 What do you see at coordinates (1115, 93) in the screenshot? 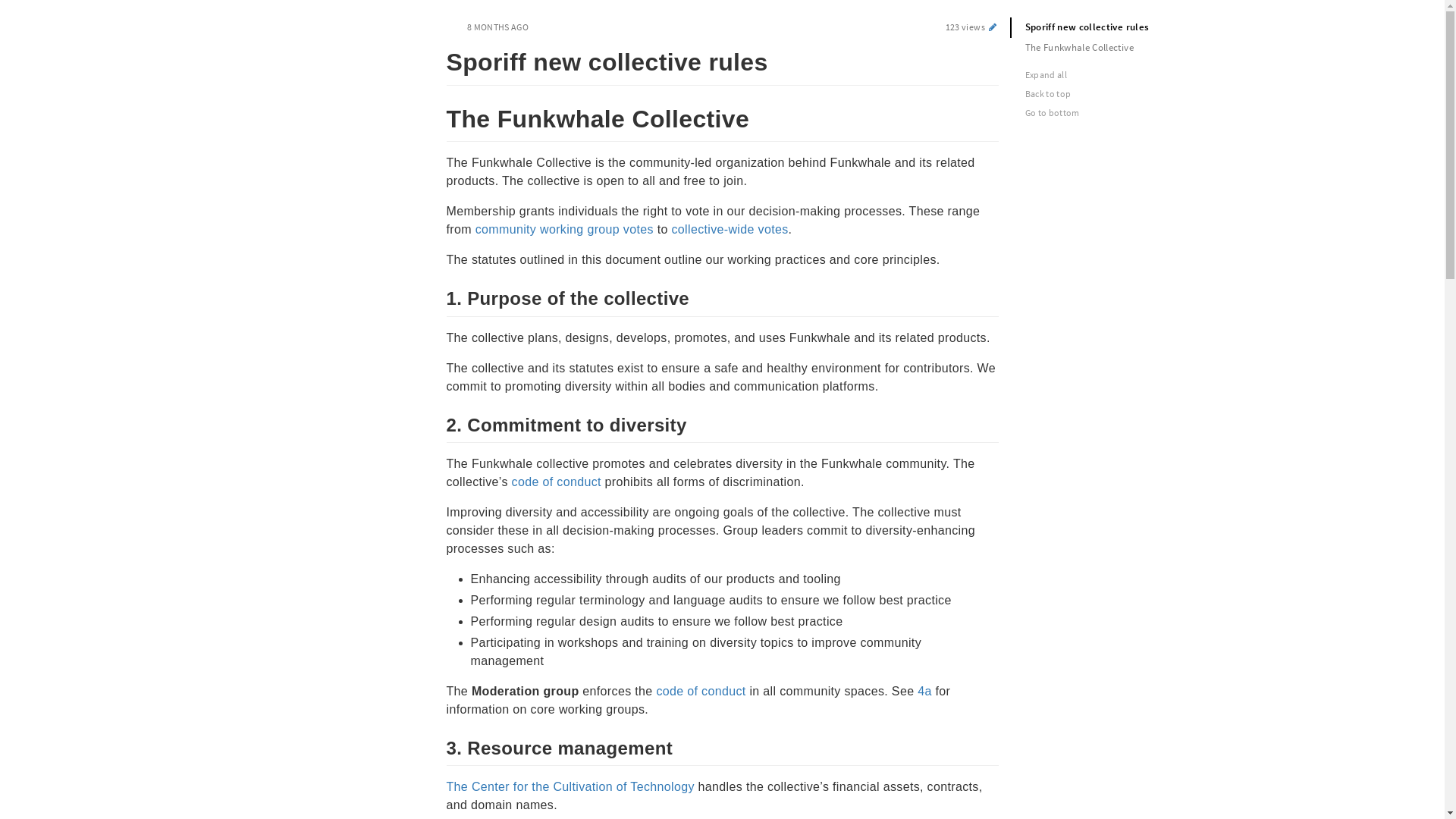
I see `'Back to top'` at bounding box center [1115, 93].